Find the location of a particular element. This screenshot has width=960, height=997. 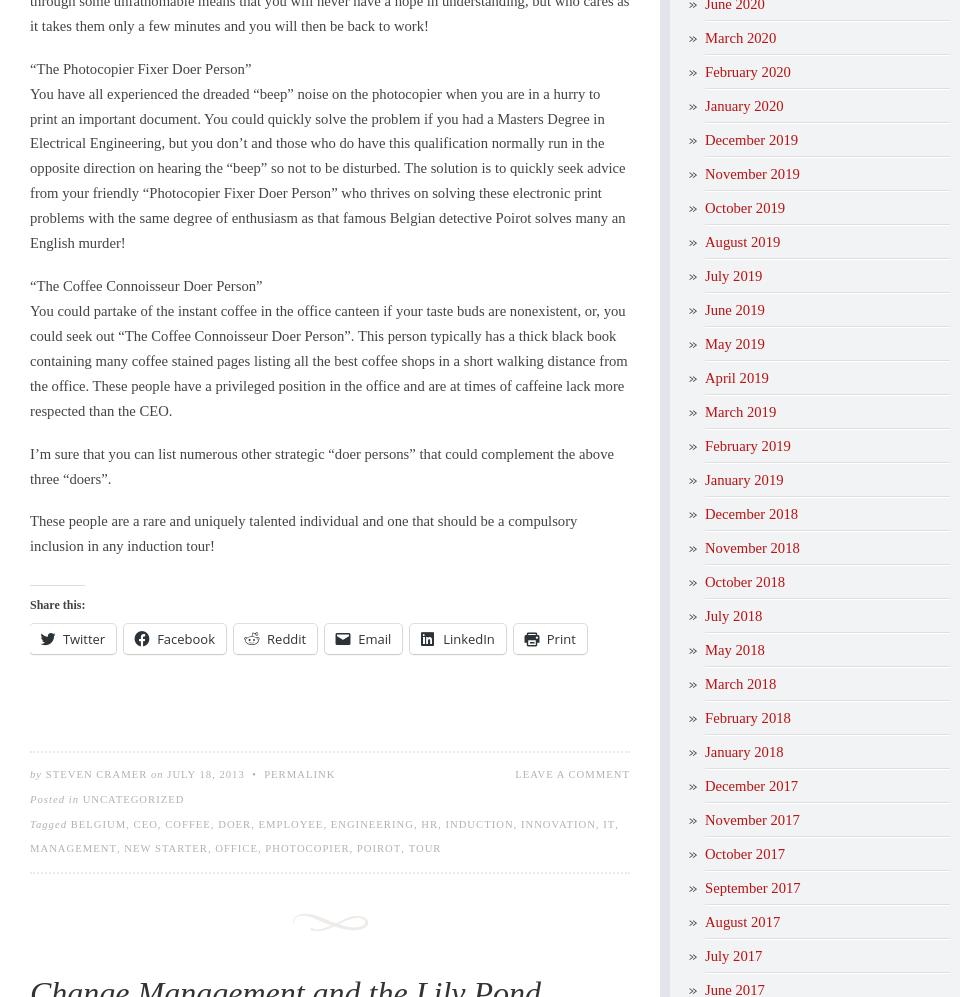

'November 2018' is located at coordinates (750, 546).